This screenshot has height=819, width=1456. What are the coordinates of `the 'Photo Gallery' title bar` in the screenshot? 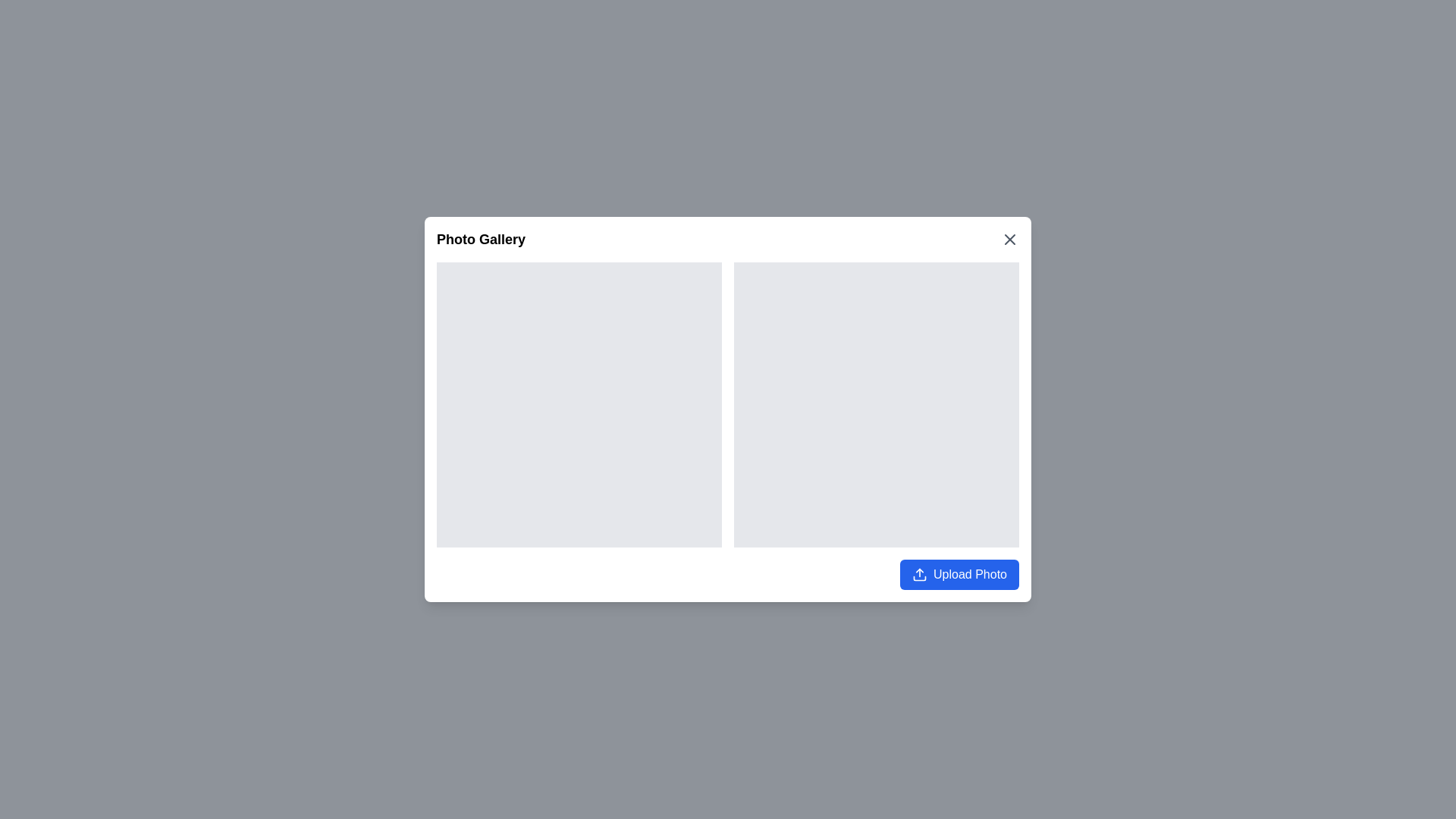 It's located at (728, 239).